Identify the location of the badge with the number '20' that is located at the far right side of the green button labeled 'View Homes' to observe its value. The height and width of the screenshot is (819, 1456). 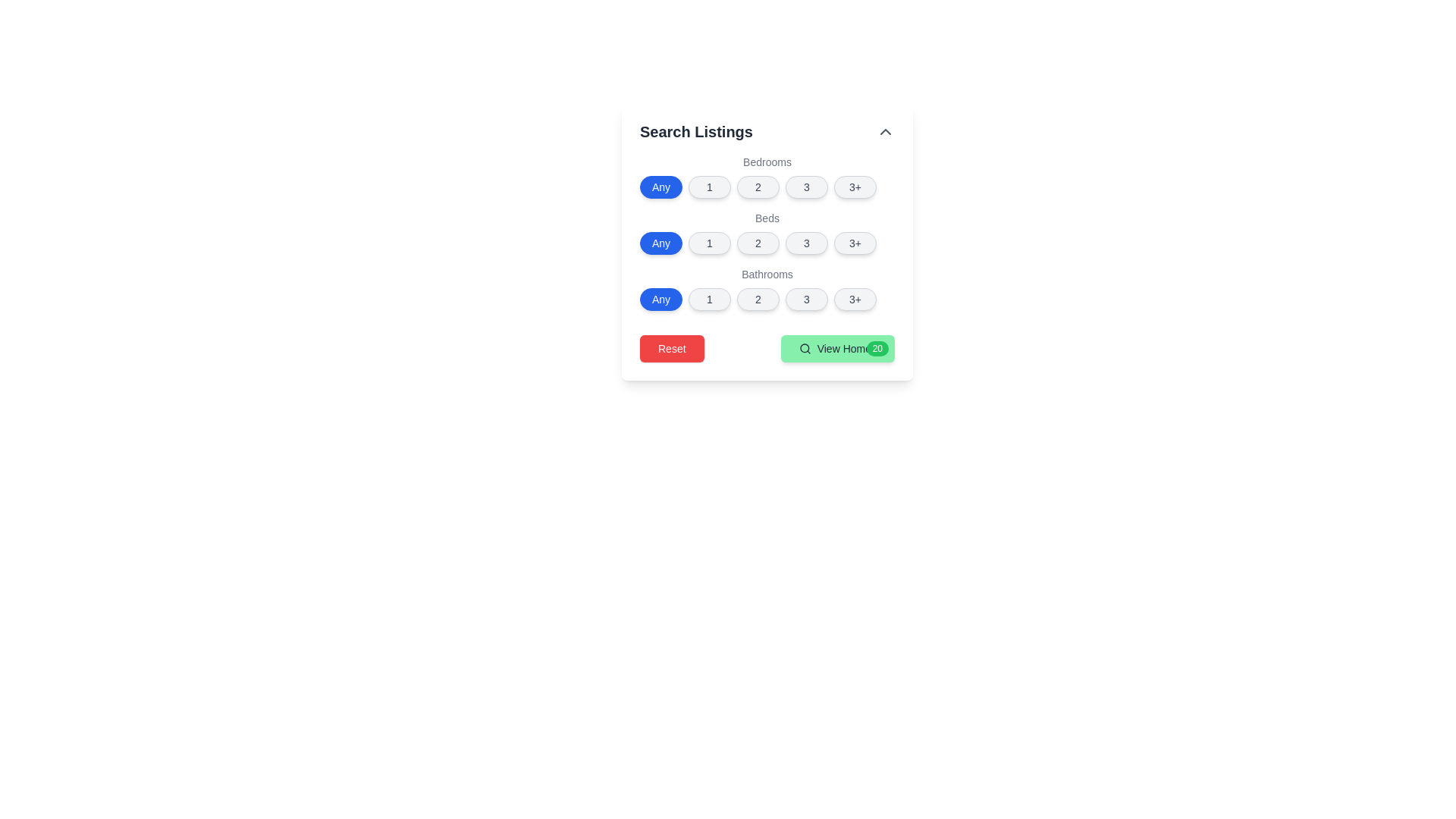
(877, 348).